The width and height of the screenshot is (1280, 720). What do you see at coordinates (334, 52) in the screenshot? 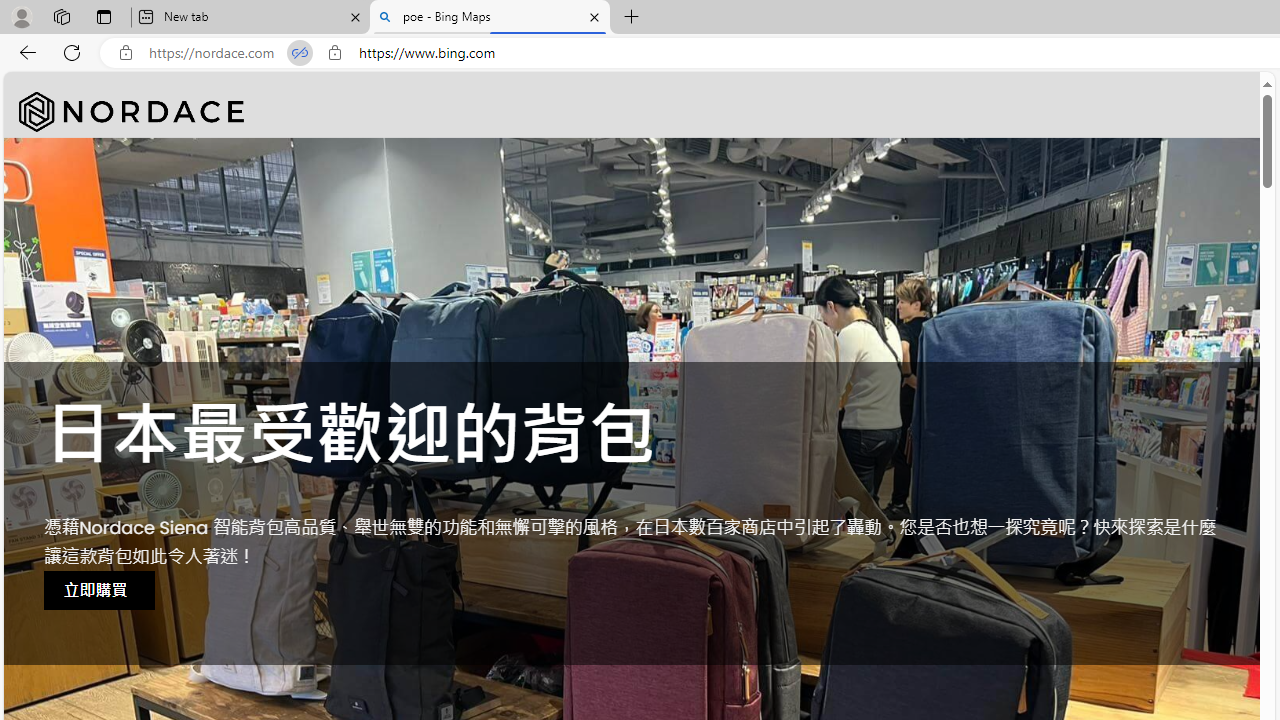
I see `'View site information'` at bounding box center [334, 52].